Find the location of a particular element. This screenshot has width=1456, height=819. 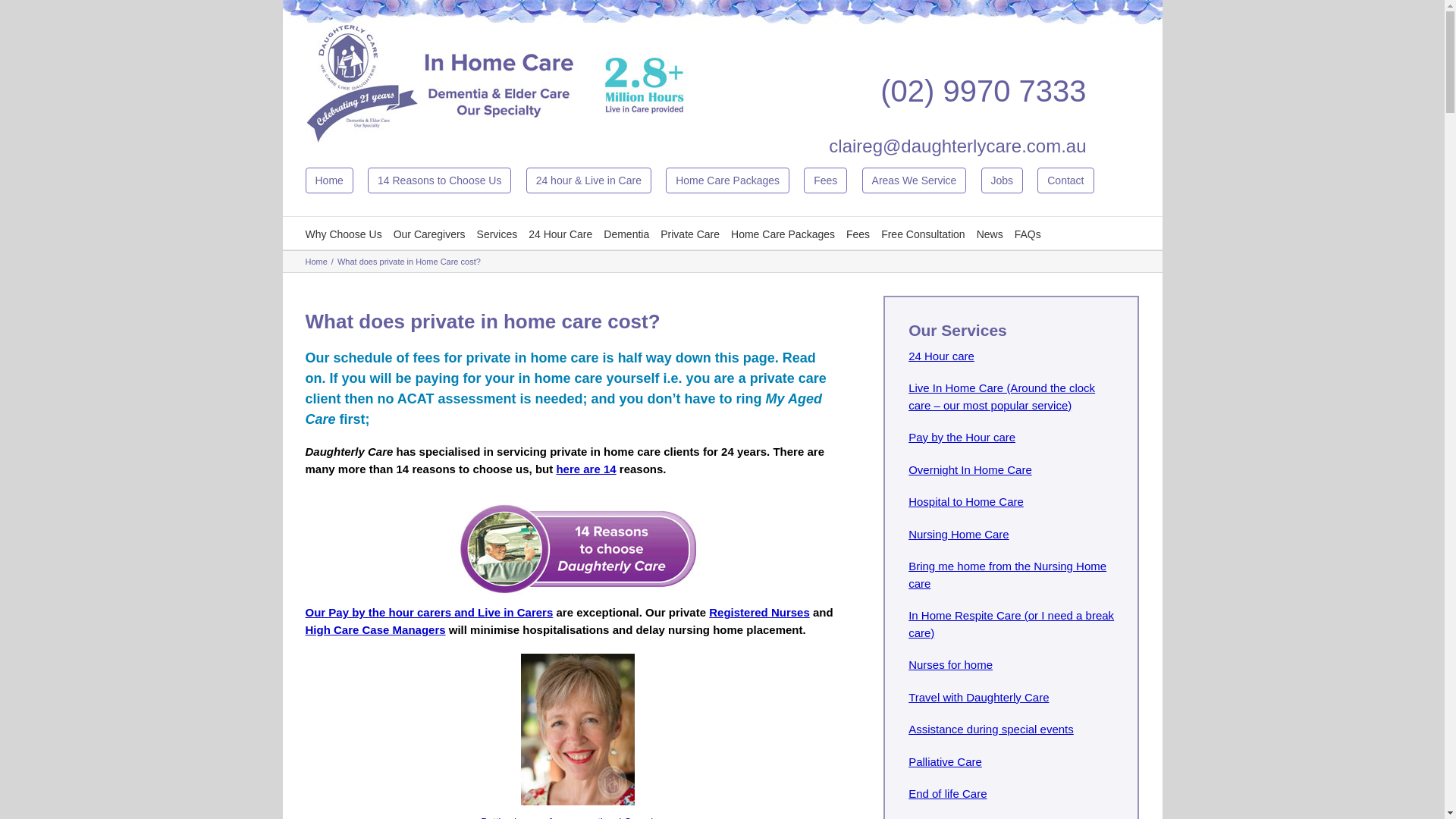

'Home Care Packages' is located at coordinates (783, 233).